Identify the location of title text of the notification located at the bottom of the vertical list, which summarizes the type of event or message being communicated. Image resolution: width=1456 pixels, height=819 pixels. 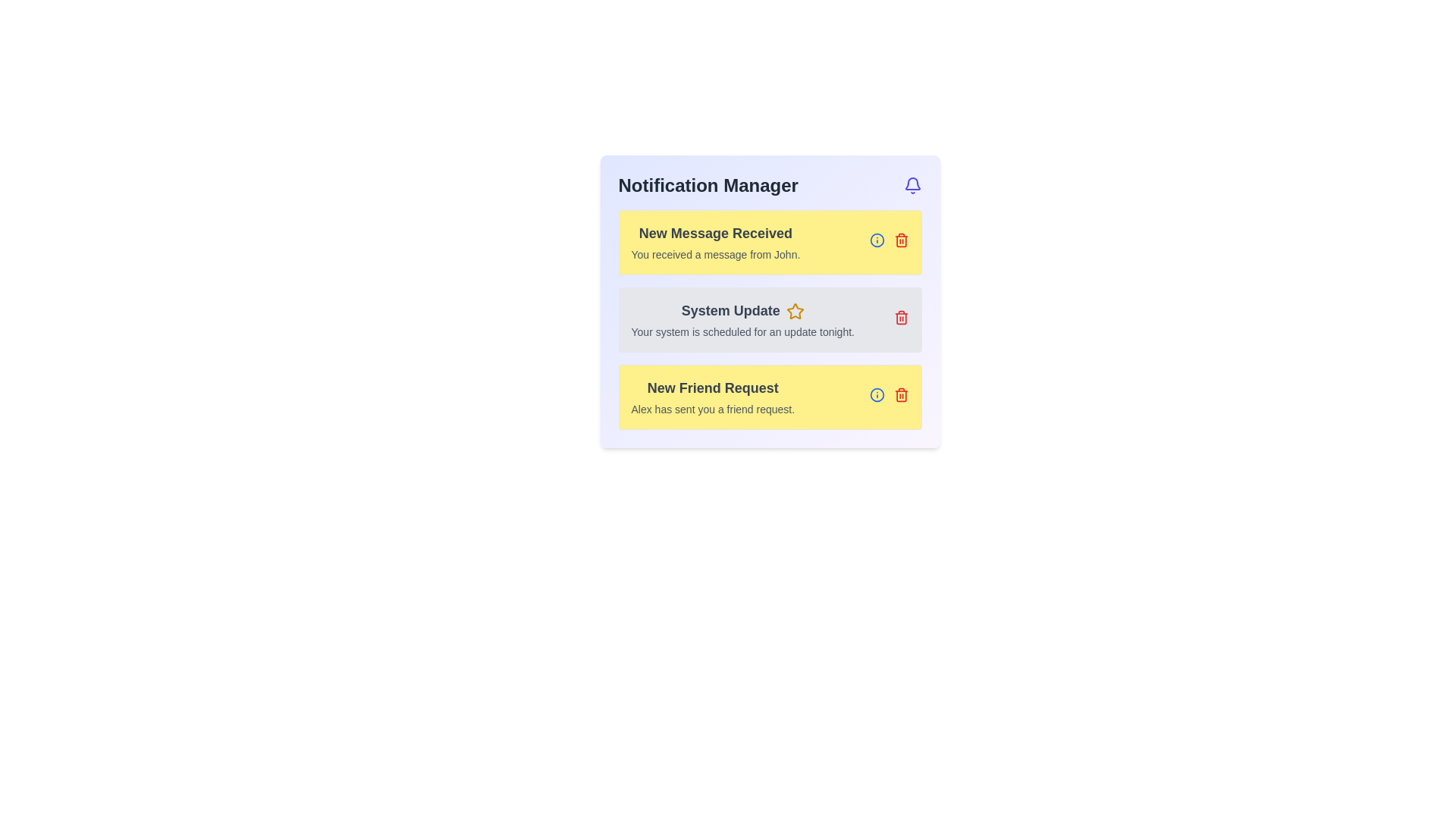
(712, 388).